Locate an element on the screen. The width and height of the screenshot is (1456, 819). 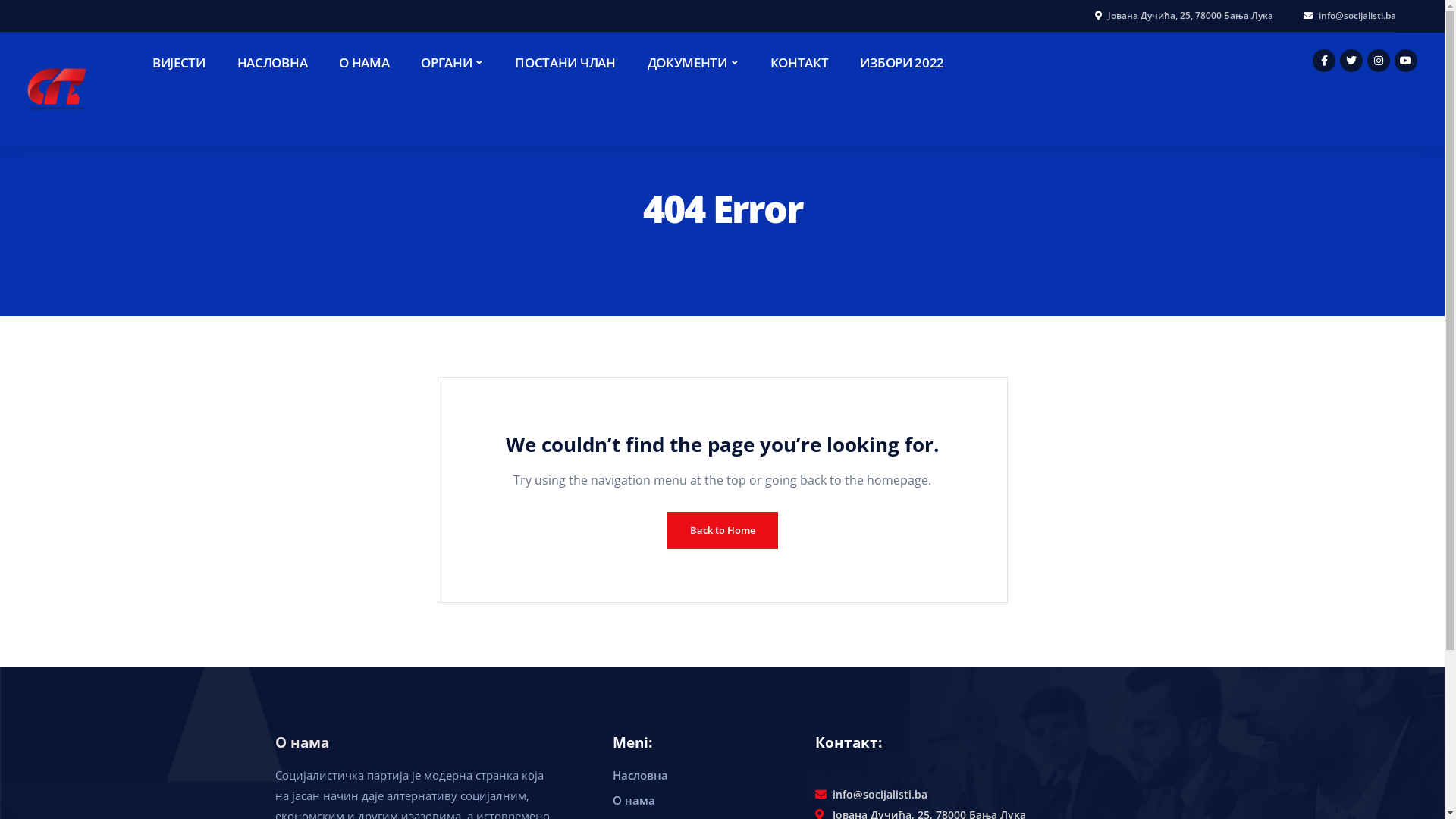
'Twitter' is located at coordinates (1351, 60).